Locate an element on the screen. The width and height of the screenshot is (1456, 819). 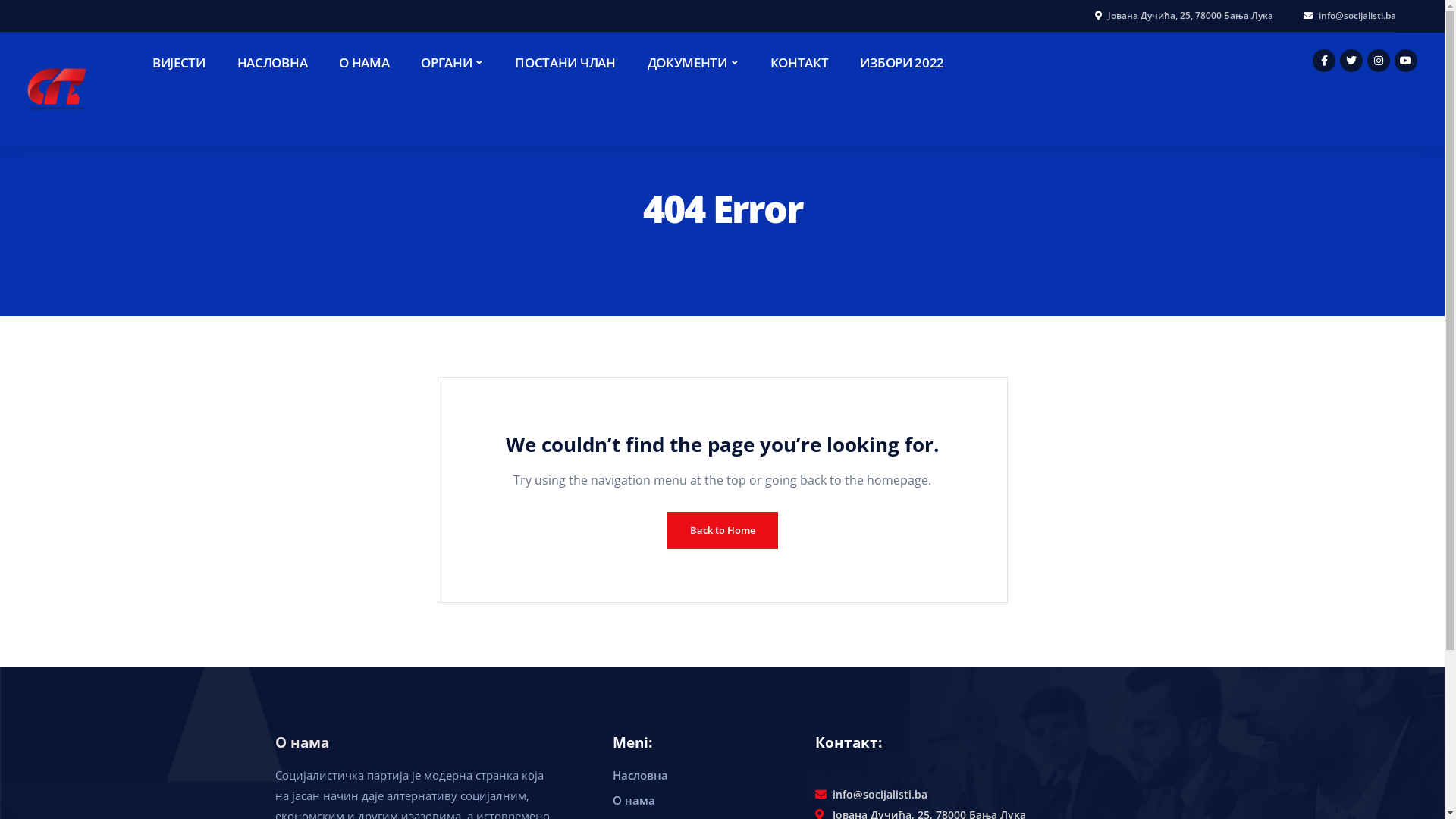
'Twitter' is located at coordinates (1351, 60).